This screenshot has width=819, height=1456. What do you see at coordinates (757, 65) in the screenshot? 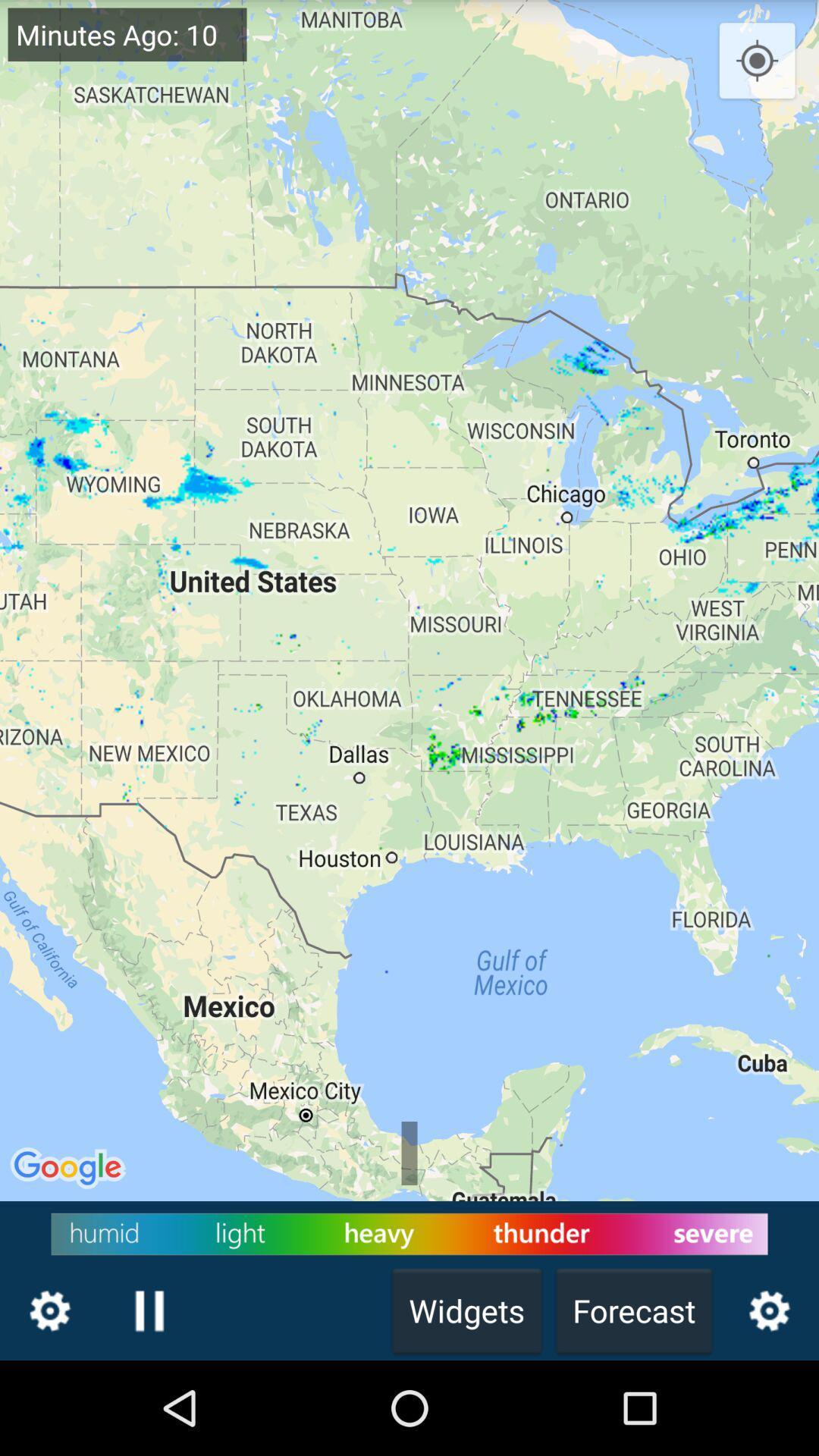
I see `the location_crosshair icon` at bounding box center [757, 65].